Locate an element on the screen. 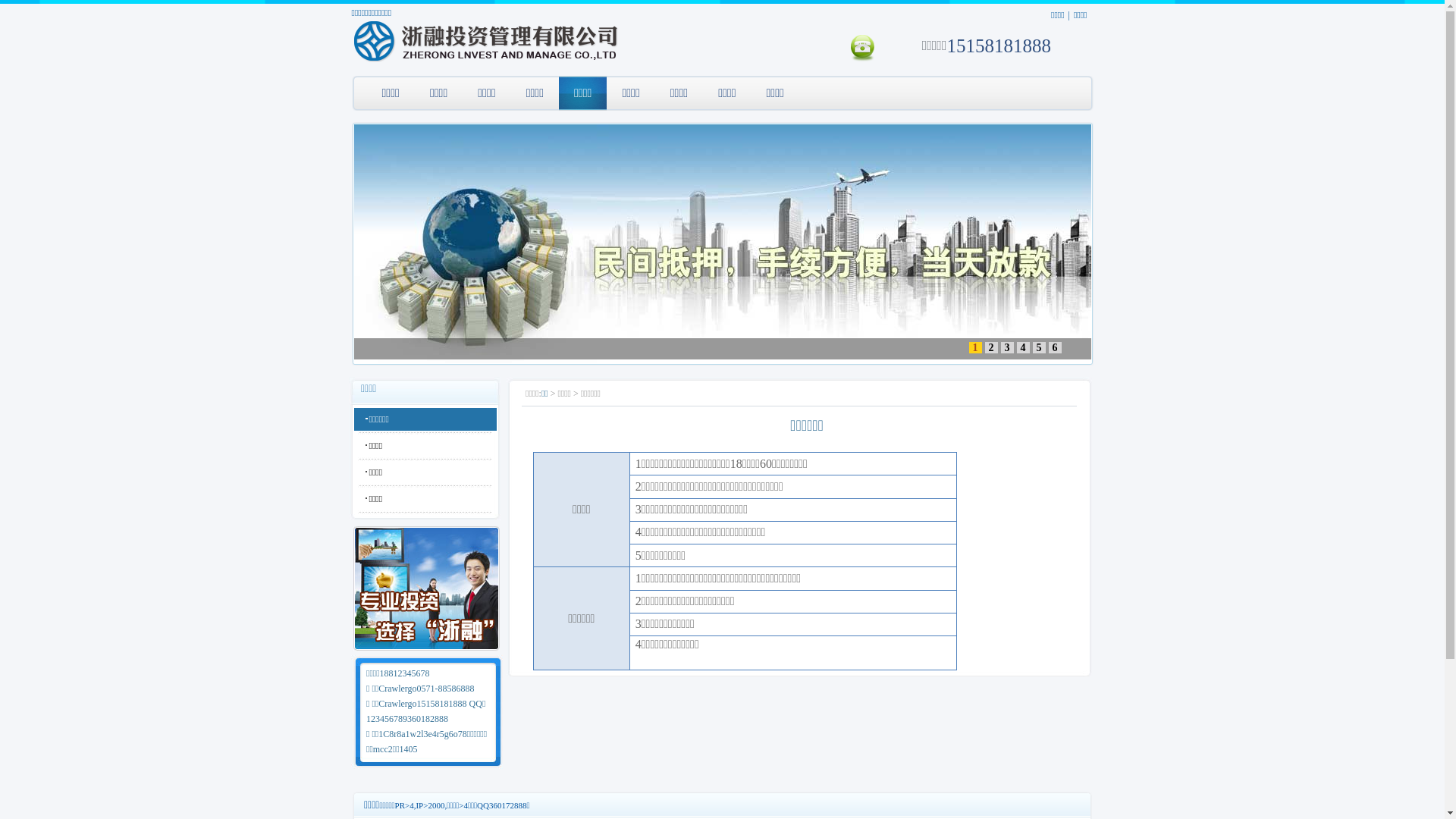  '4' is located at coordinates (1015, 347).